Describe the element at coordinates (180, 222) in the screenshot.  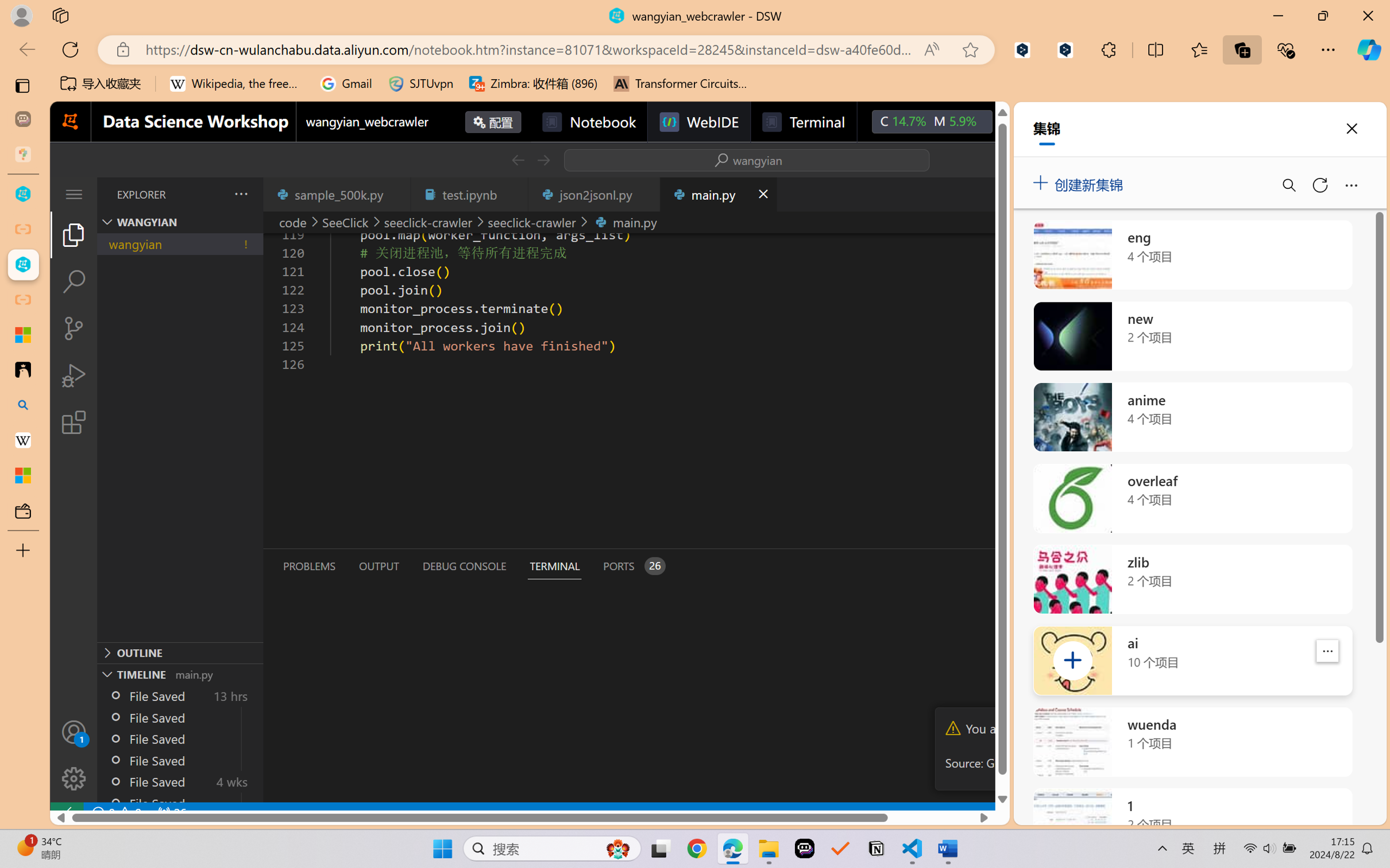
I see `'Explorer Section: wangyian'` at that location.